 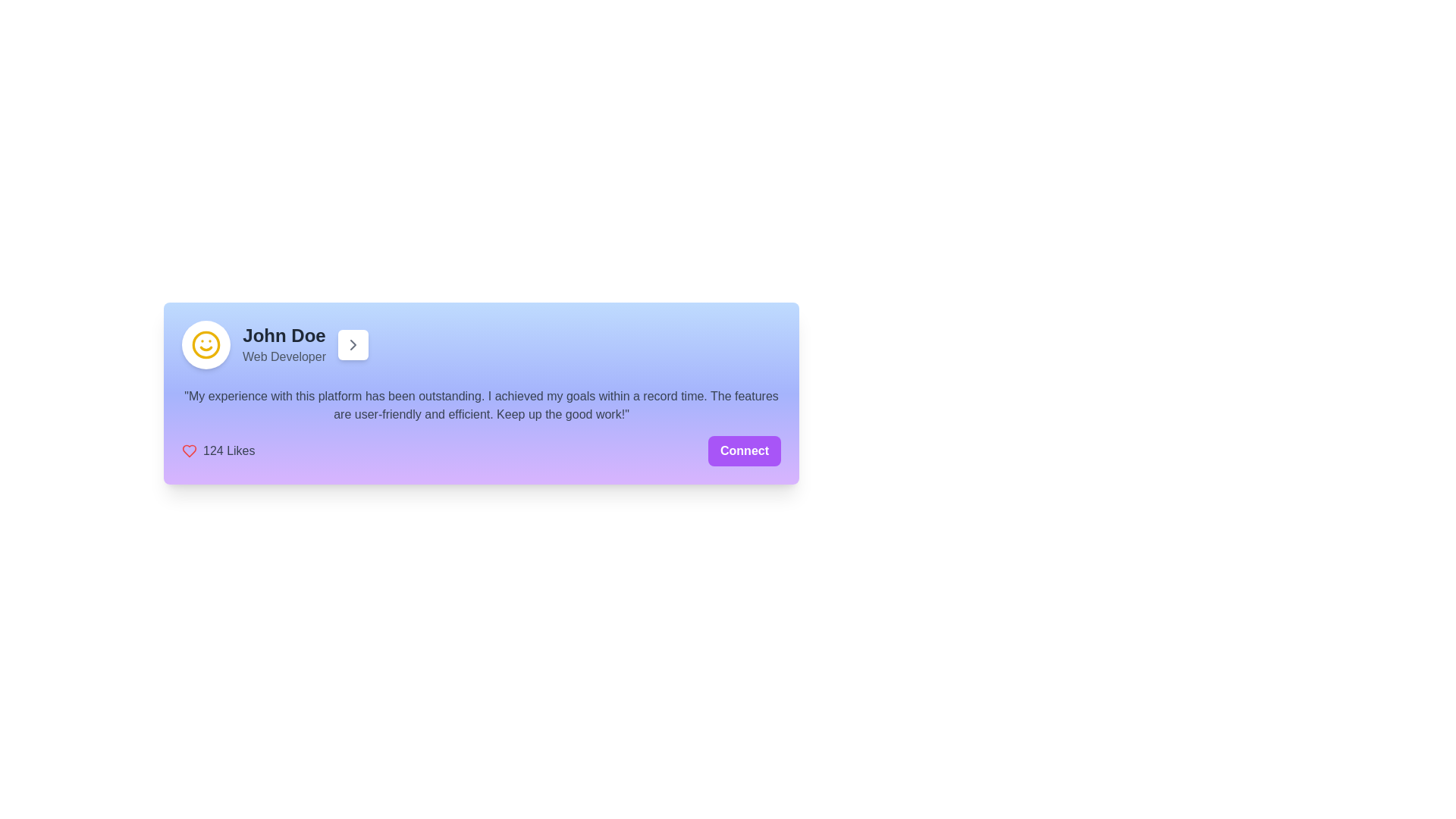 What do you see at coordinates (284, 335) in the screenshot?
I see `the text label displaying 'John Doe', which is styled in gray, larger, and bold font at the top left of a card-like section` at bounding box center [284, 335].